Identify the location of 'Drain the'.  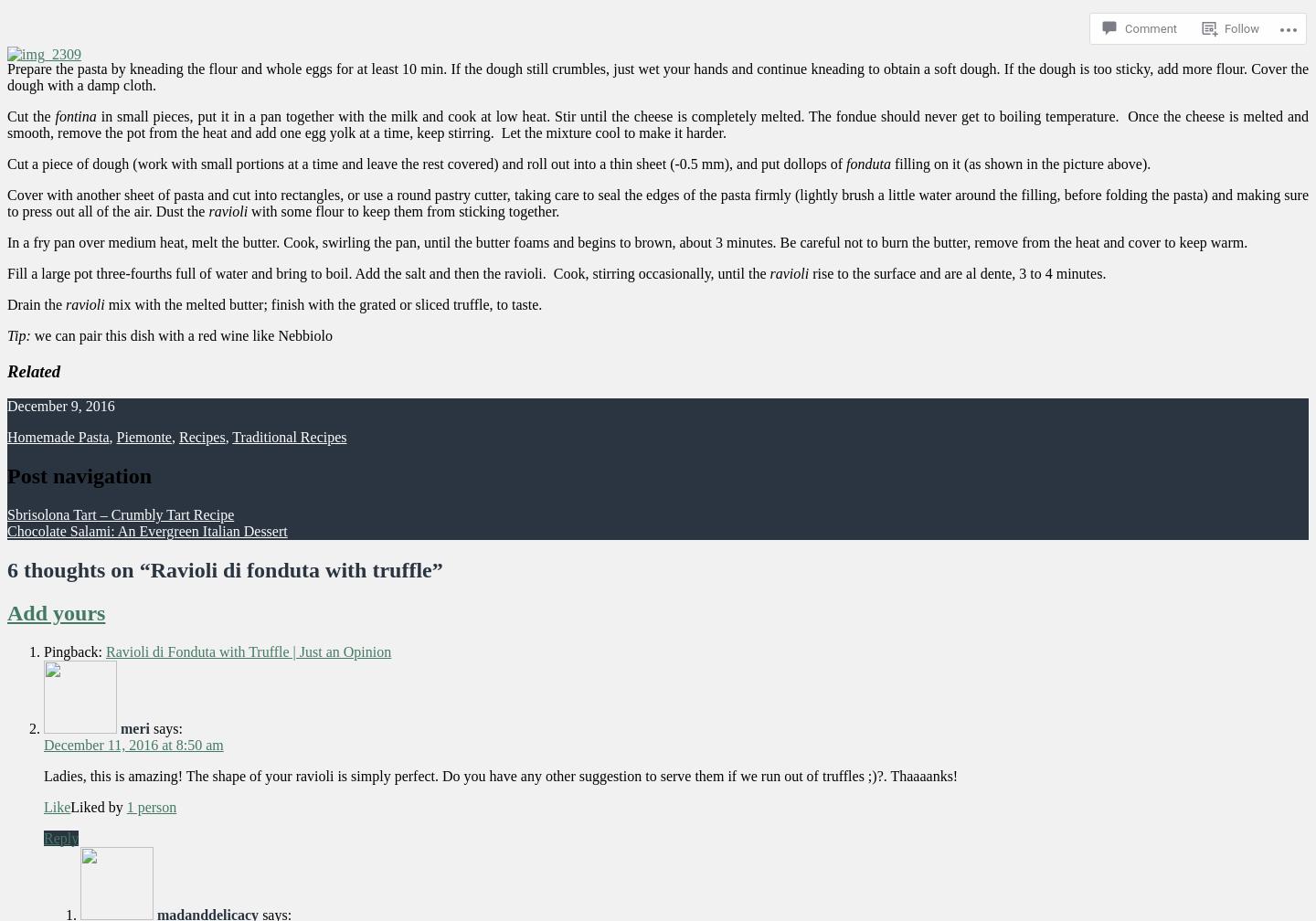
(35, 303).